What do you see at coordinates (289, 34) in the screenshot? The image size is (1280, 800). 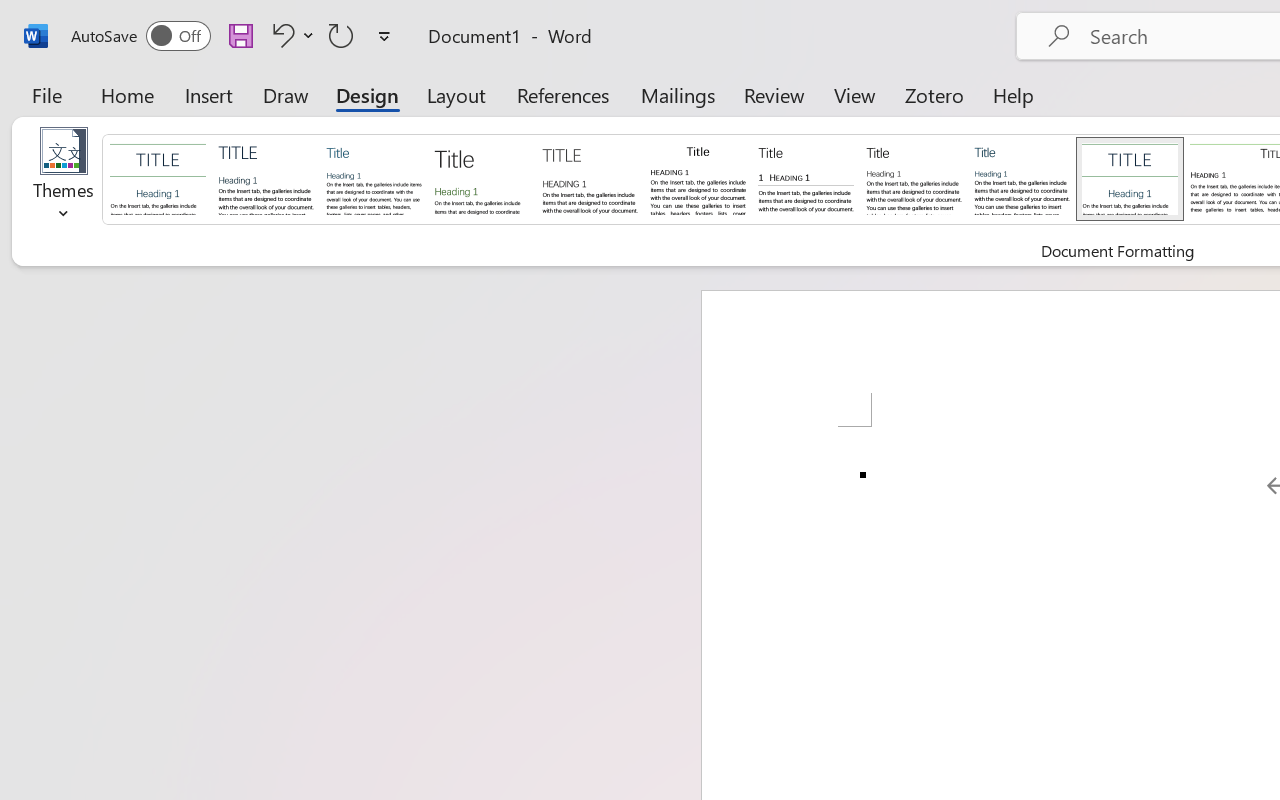 I see `'Undo Apply Quick Style Set'` at bounding box center [289, 34].